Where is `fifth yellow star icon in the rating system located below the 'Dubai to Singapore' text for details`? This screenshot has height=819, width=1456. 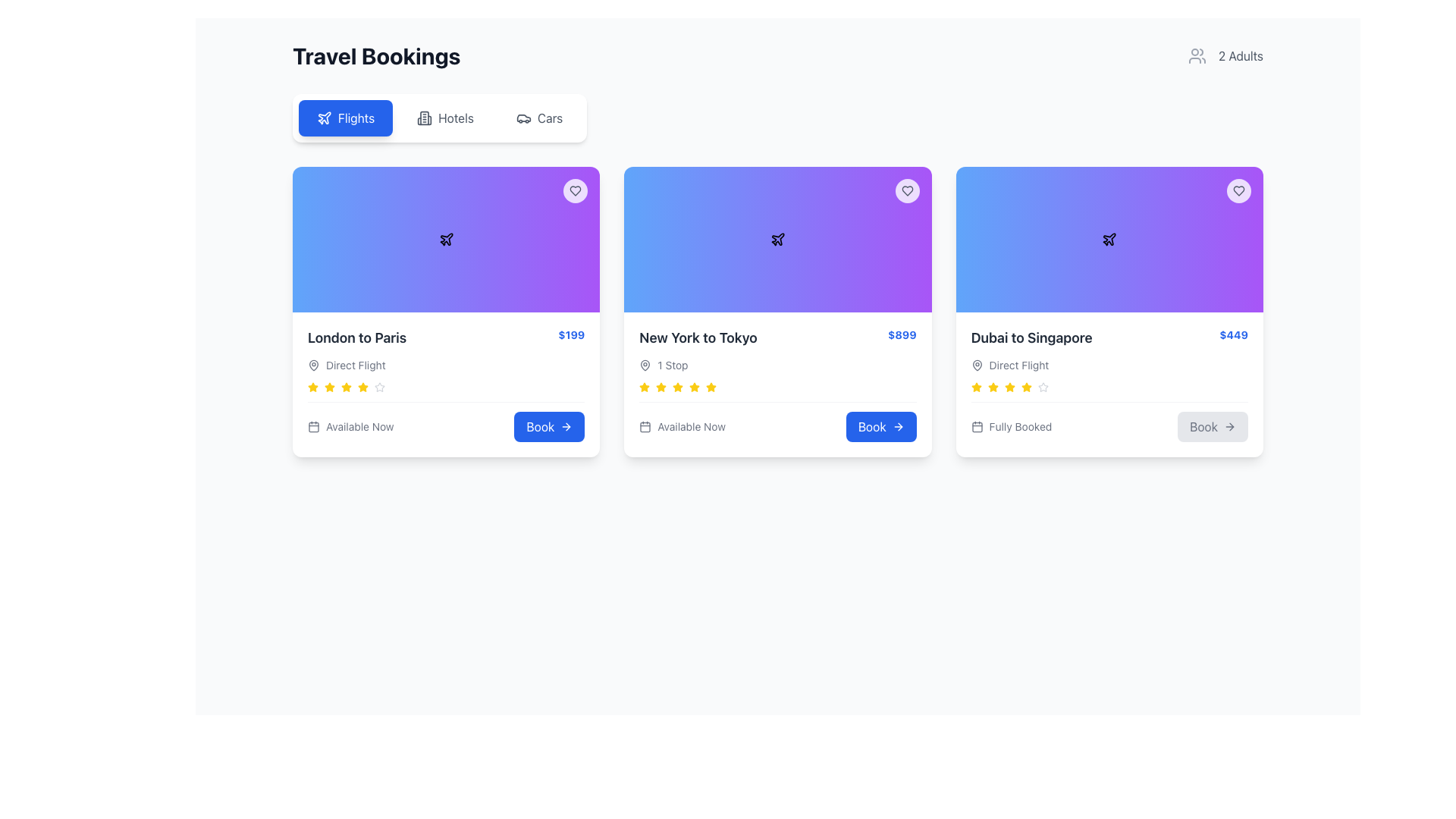 fifth yellow star icon in the rating system located below the 'Dubai to Singapore' text for details is located at coordinates (1009, 386).